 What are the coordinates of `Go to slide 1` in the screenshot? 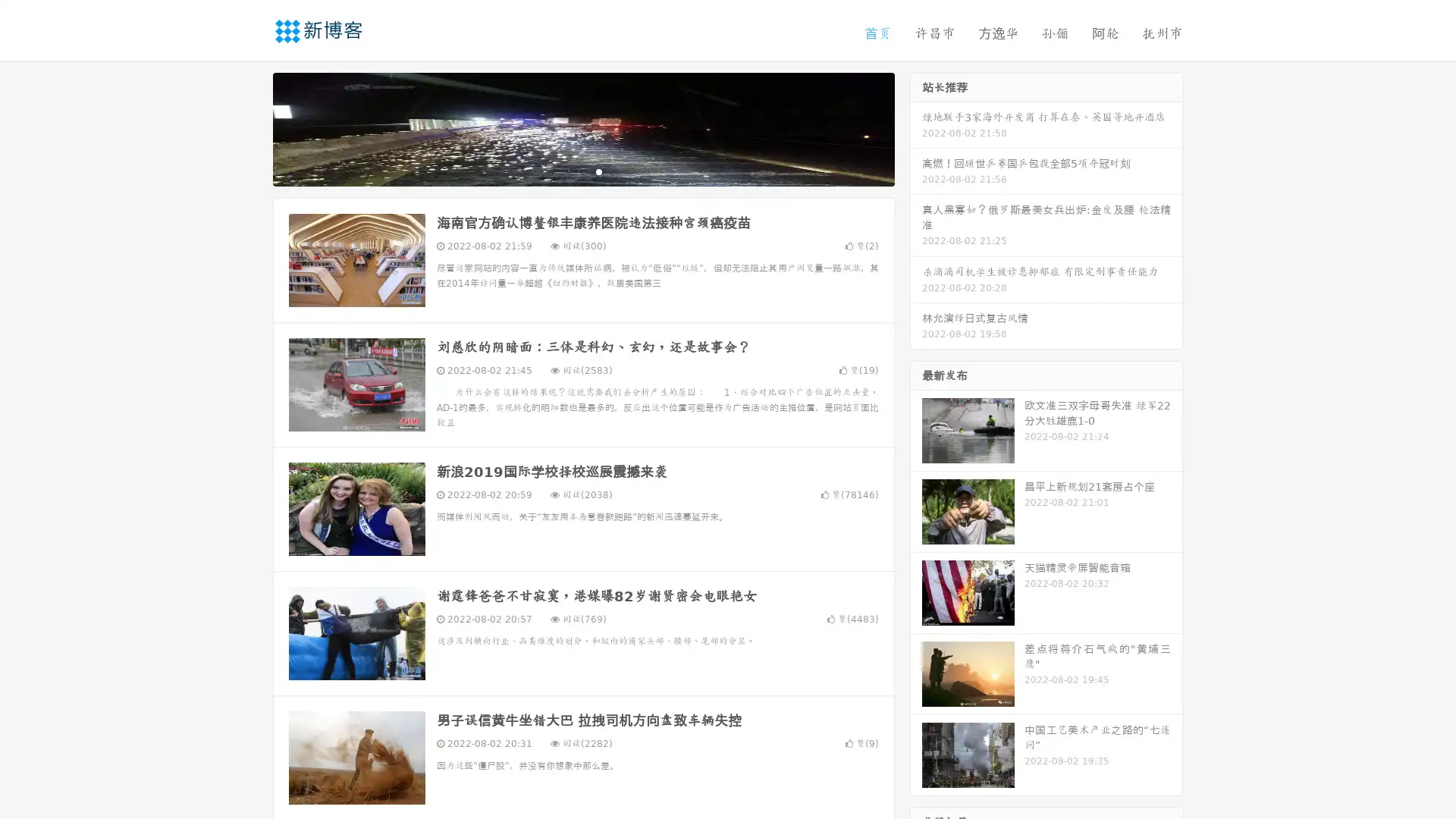 It's located at (567, 171).